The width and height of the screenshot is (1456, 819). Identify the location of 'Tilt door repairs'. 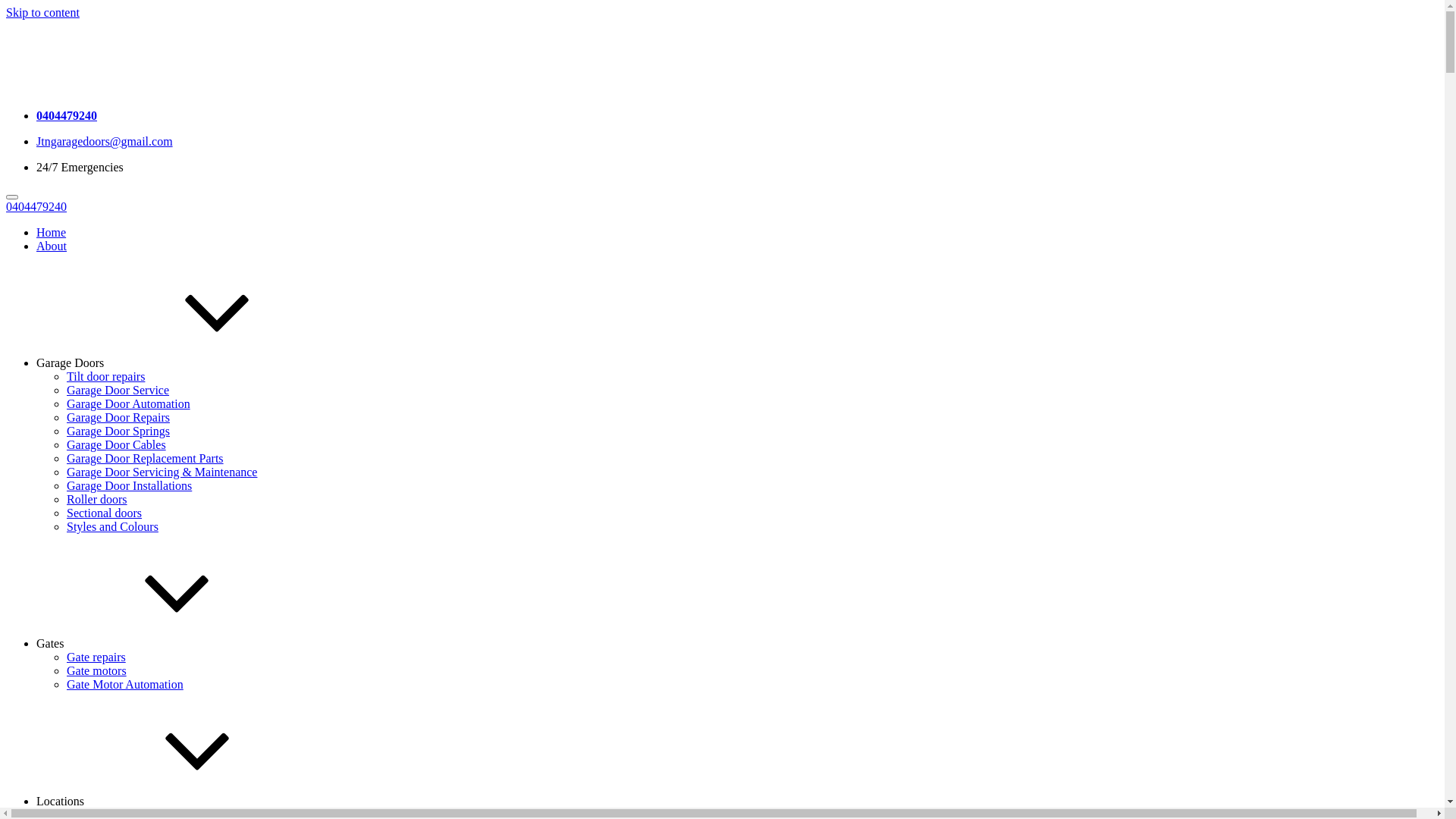
(105, 375).